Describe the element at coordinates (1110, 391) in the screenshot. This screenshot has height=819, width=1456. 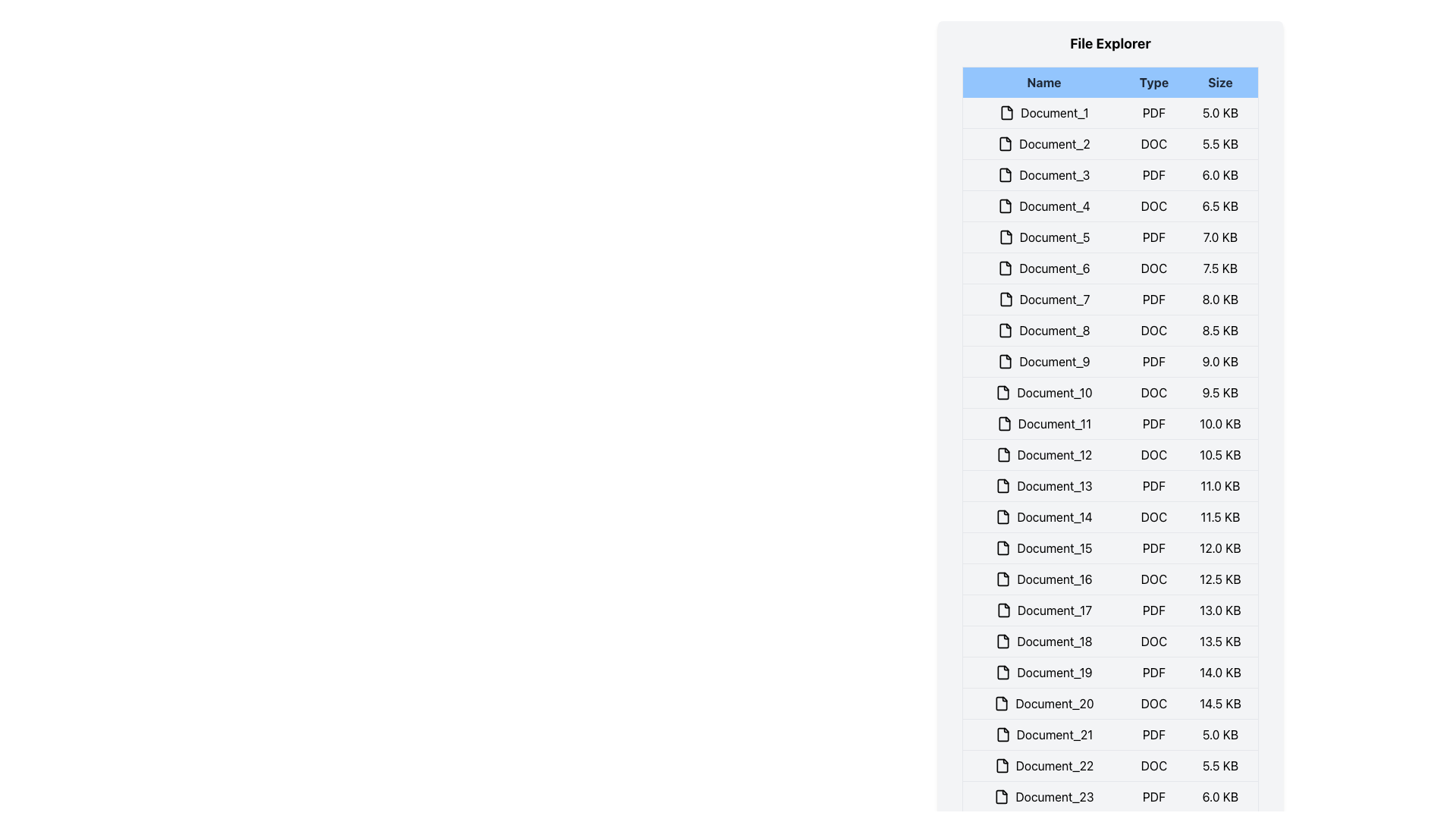
I see `the row entry in the file explorer table that displays the document named 'Document_10'` at that location.